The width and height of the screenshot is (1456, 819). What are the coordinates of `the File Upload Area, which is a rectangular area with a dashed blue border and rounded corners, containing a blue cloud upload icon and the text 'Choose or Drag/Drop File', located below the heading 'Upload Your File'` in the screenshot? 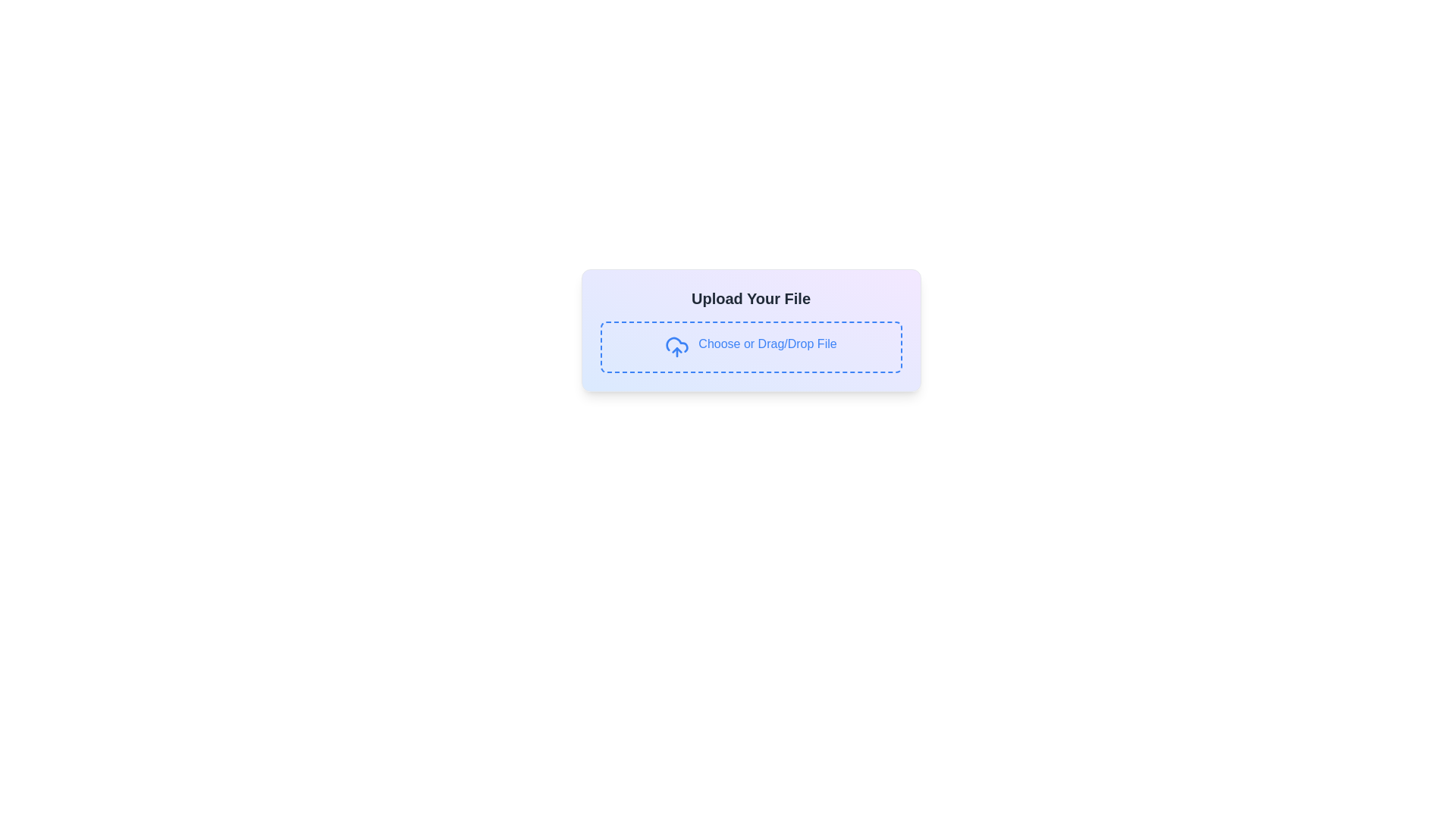 It's located at (751, 347).